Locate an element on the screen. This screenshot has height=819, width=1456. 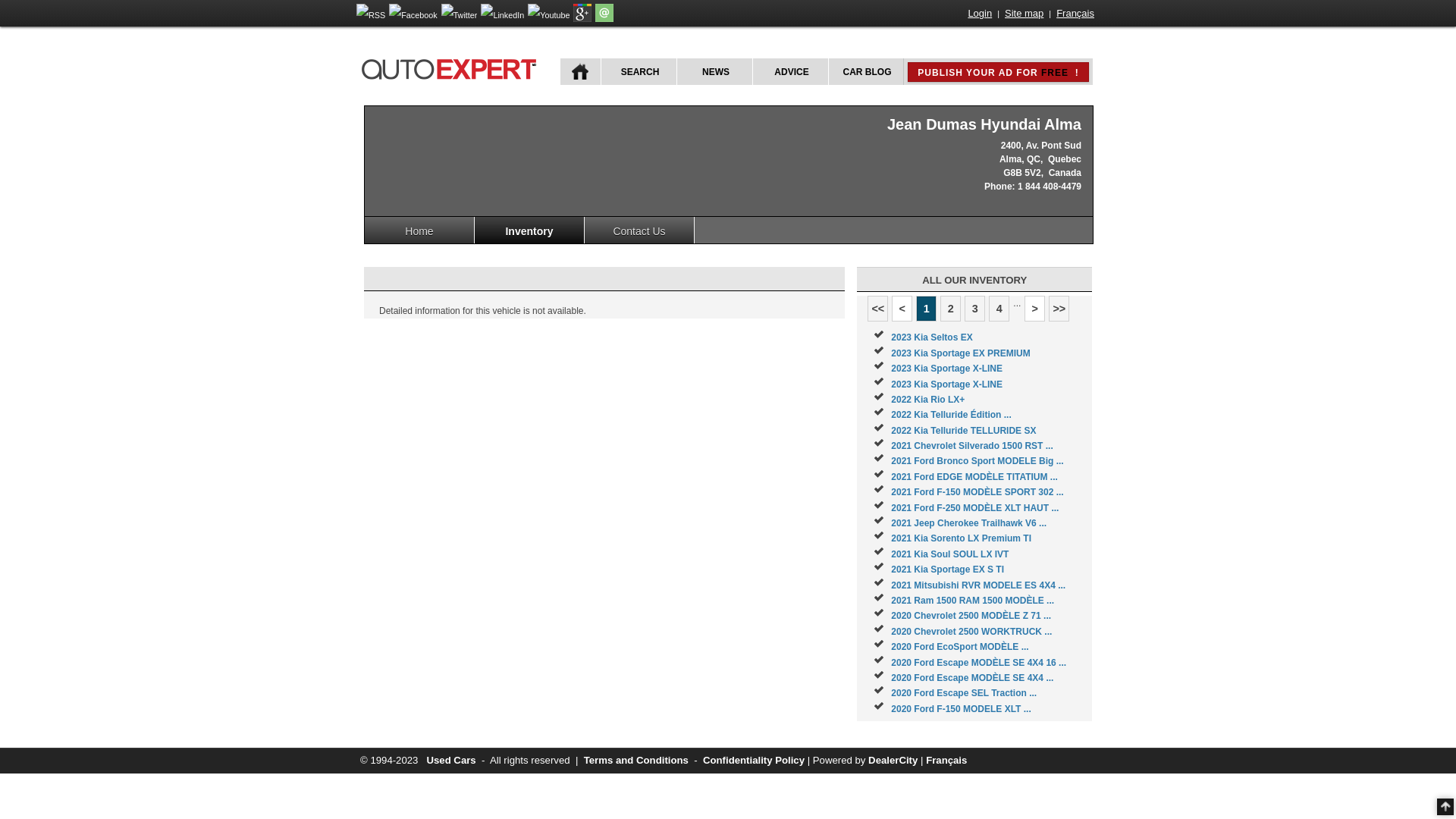
'Terms and Conditions' is located at coordinates (636, 760).